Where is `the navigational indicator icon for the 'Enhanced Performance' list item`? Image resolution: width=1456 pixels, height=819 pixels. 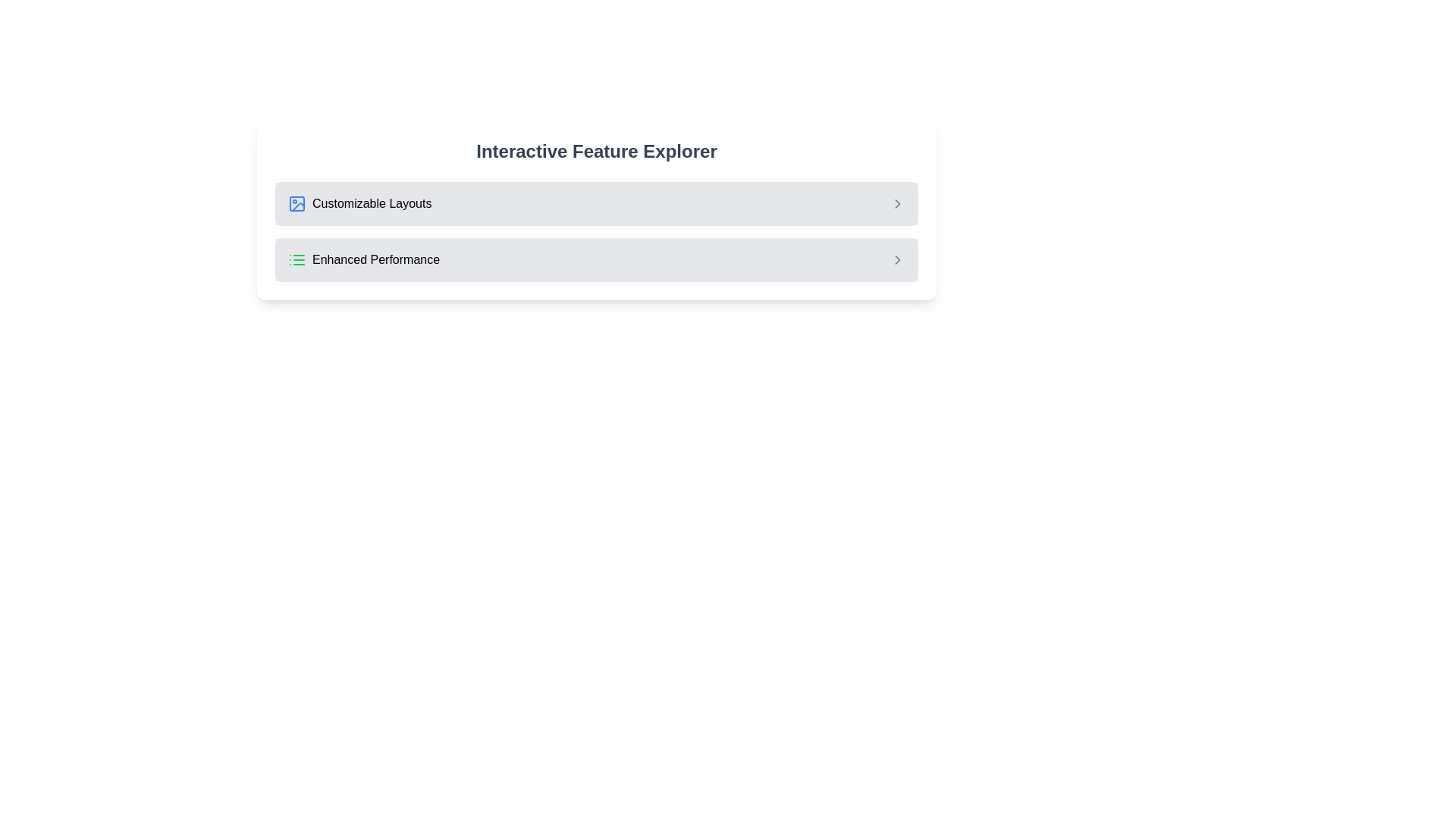 the navigational indicator icon for the 'Enhanced Performance' list item is located at coordinates (898, 259).